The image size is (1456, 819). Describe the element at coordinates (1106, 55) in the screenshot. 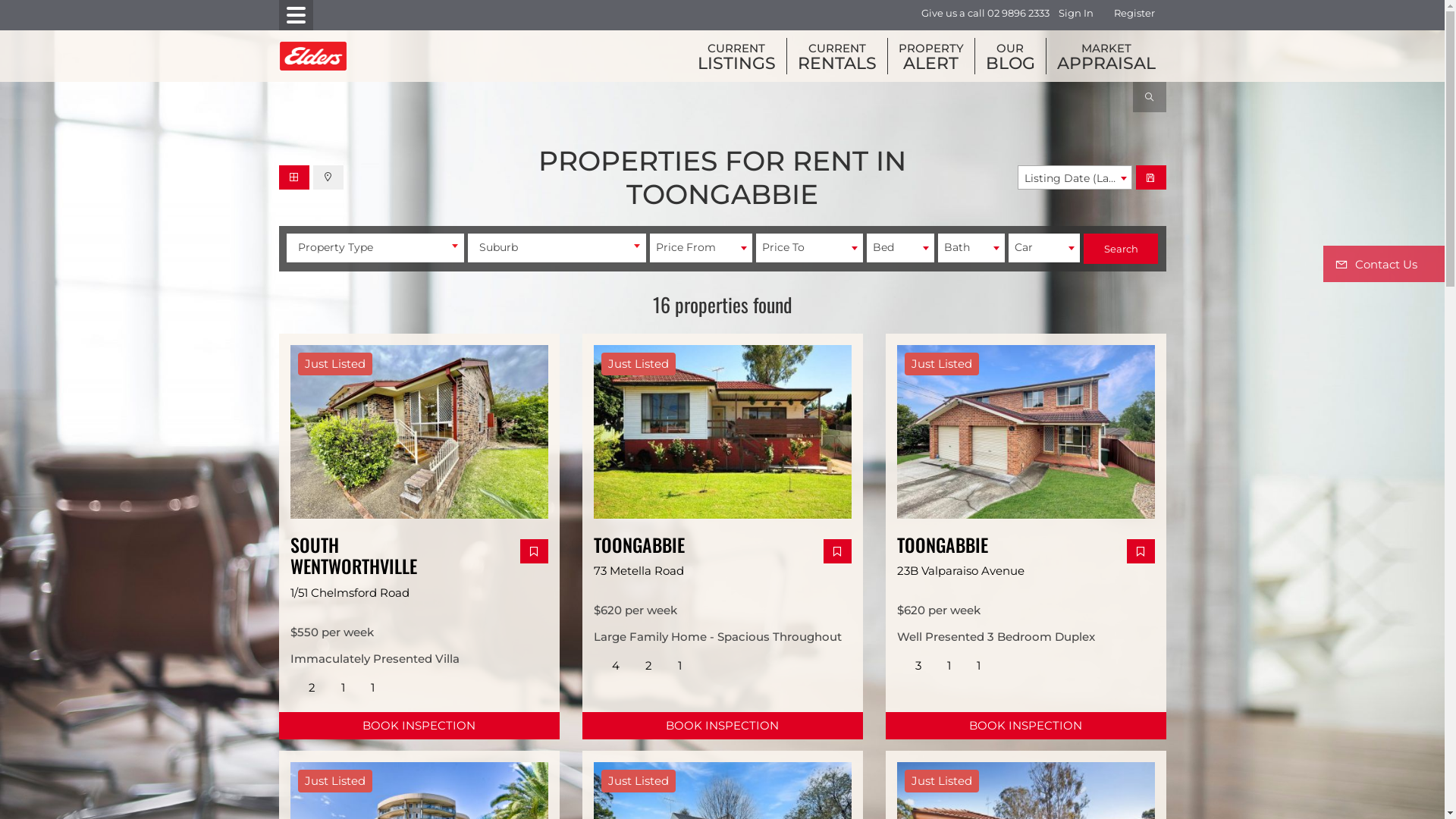

I see `'MARKET` at that location.